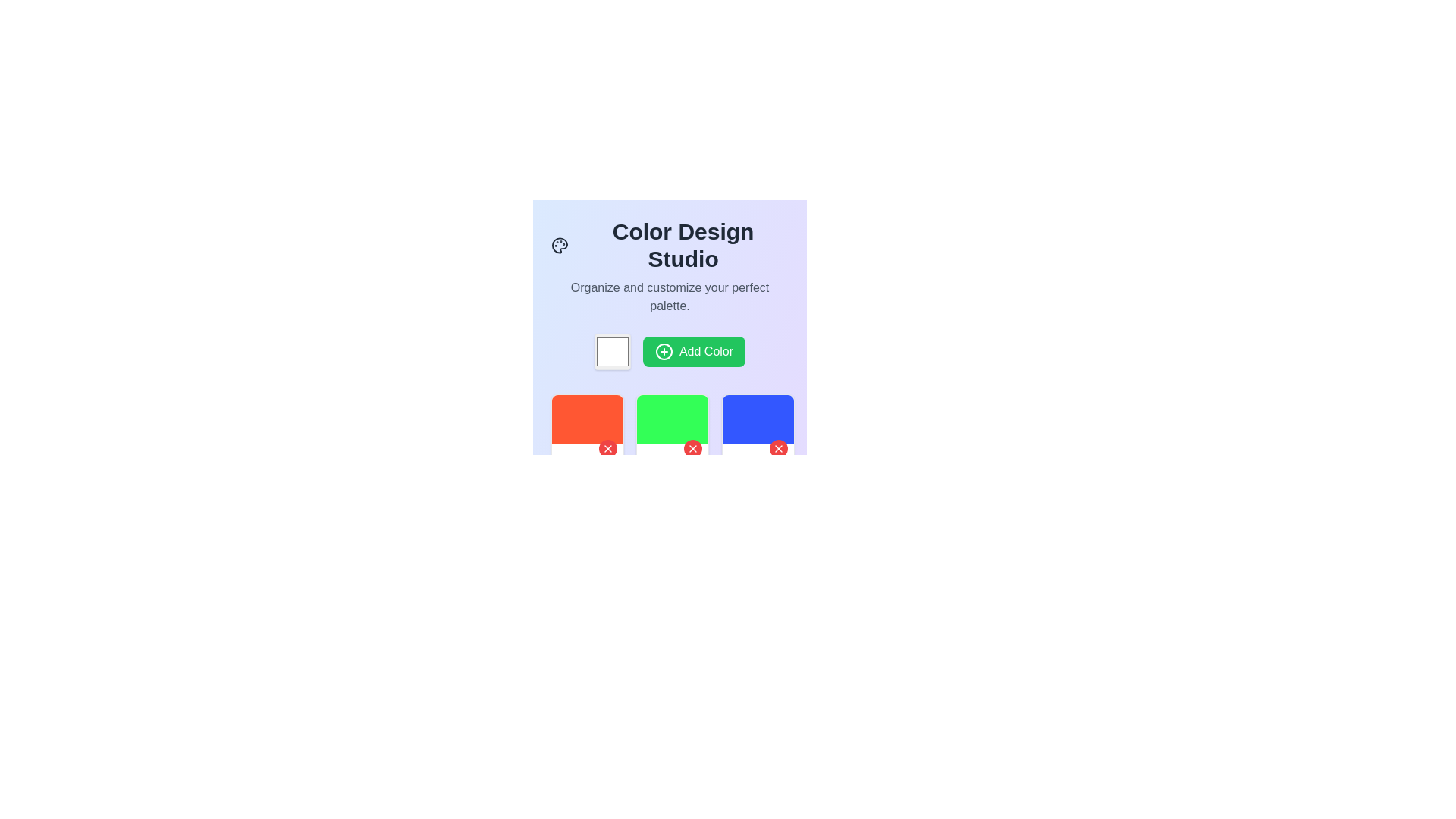 The image size is (1456, 819). What do you see at coordinates (607, 447) in the screenshot?
I see `the close or delete icon located within the circular button at the bottom-right corner of the first red tile` at bounding box center [607, 447].